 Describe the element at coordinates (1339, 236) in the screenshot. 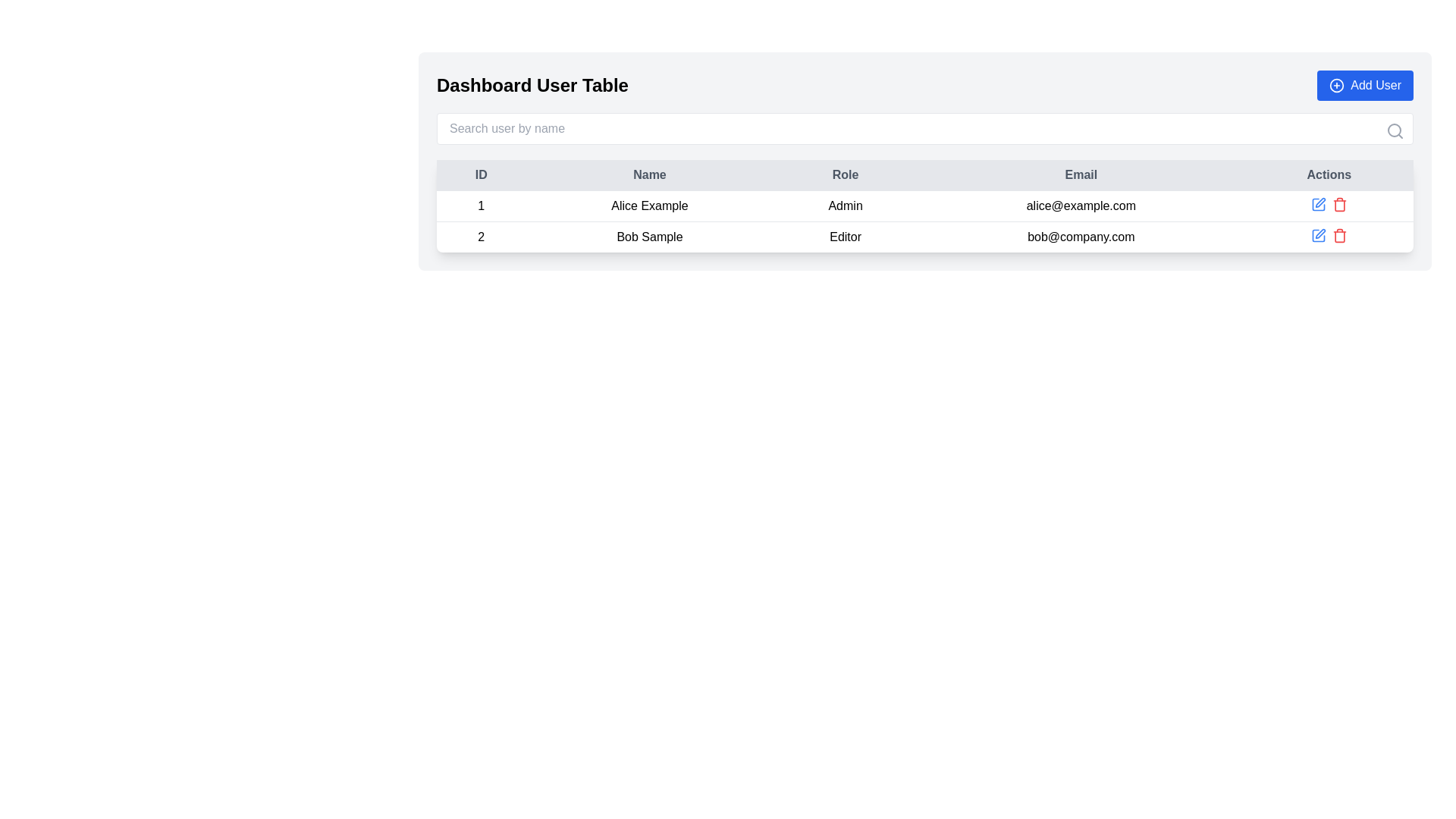

I see `the red trash icon in the 'Actions' column of the user table` at that location.